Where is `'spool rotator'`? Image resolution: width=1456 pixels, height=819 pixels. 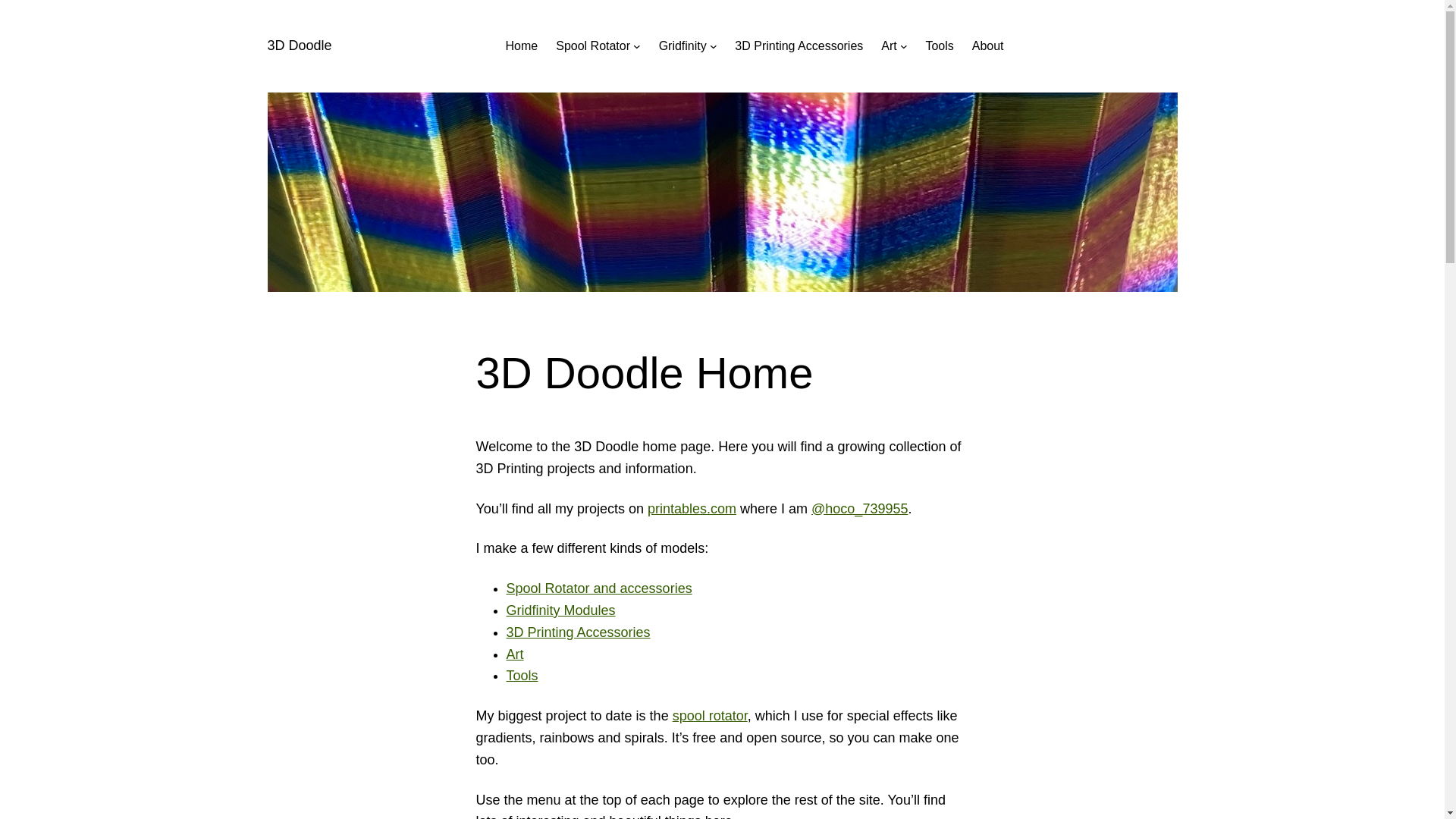 'spool rotator' is located at coordinates (709, 716).